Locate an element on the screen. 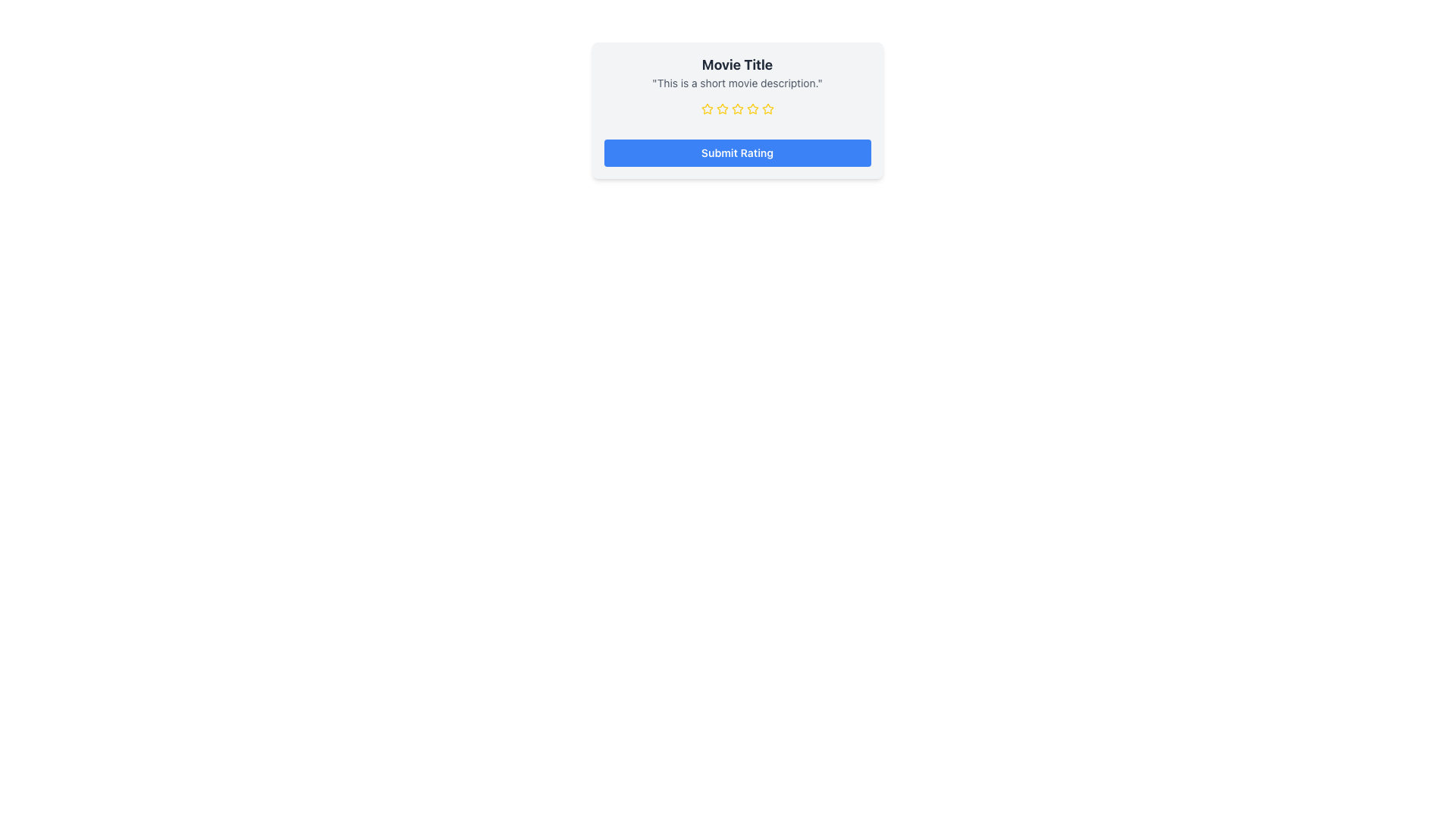  the fourth star icon from the left is located at coordinates (767, 108).